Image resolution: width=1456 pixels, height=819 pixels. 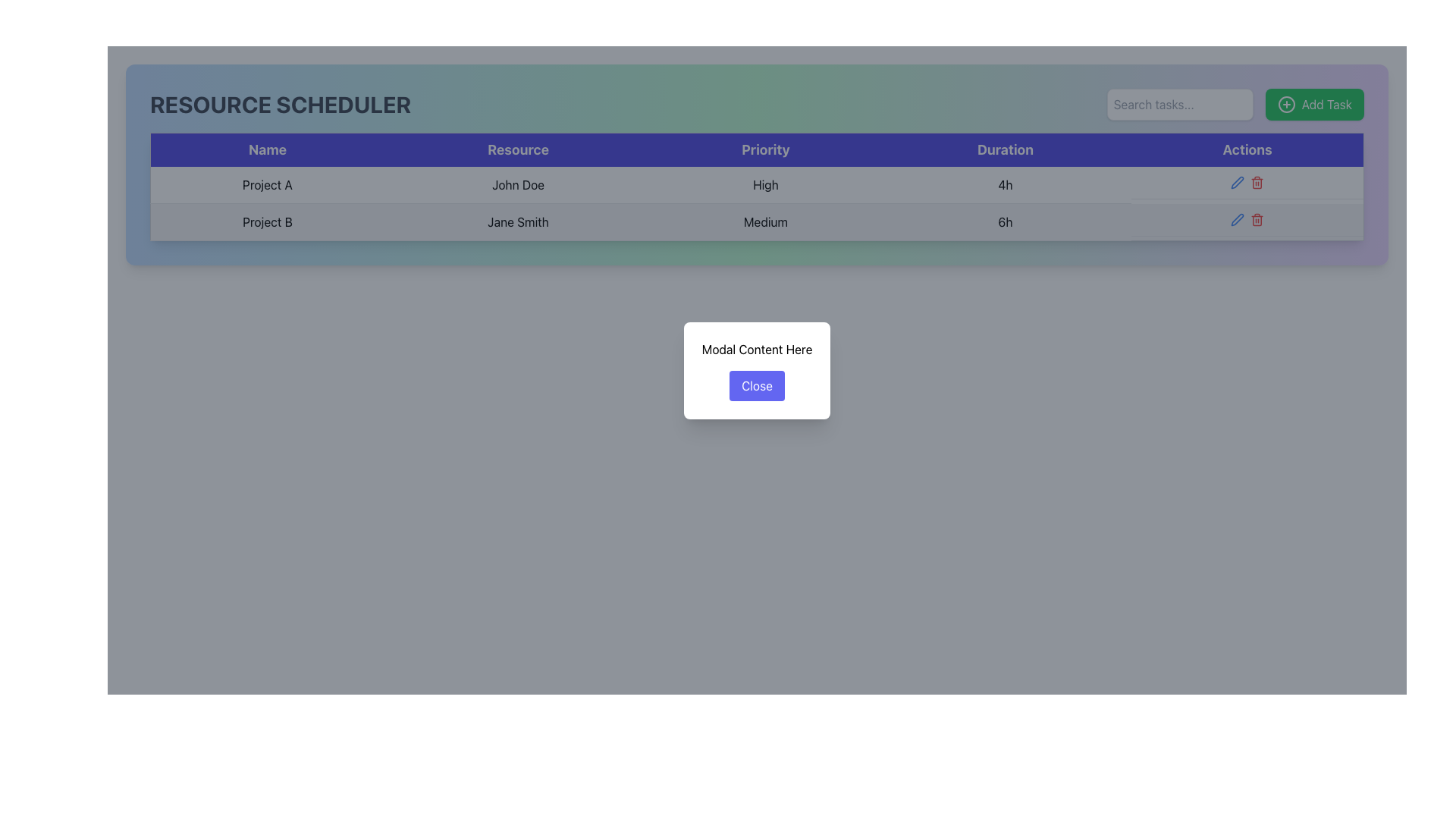 I want to click on the 'High' priority text label located in the first row of the 'Priority' table, positioned between 'John Doe' and '4h', so click(x=765, y=184).